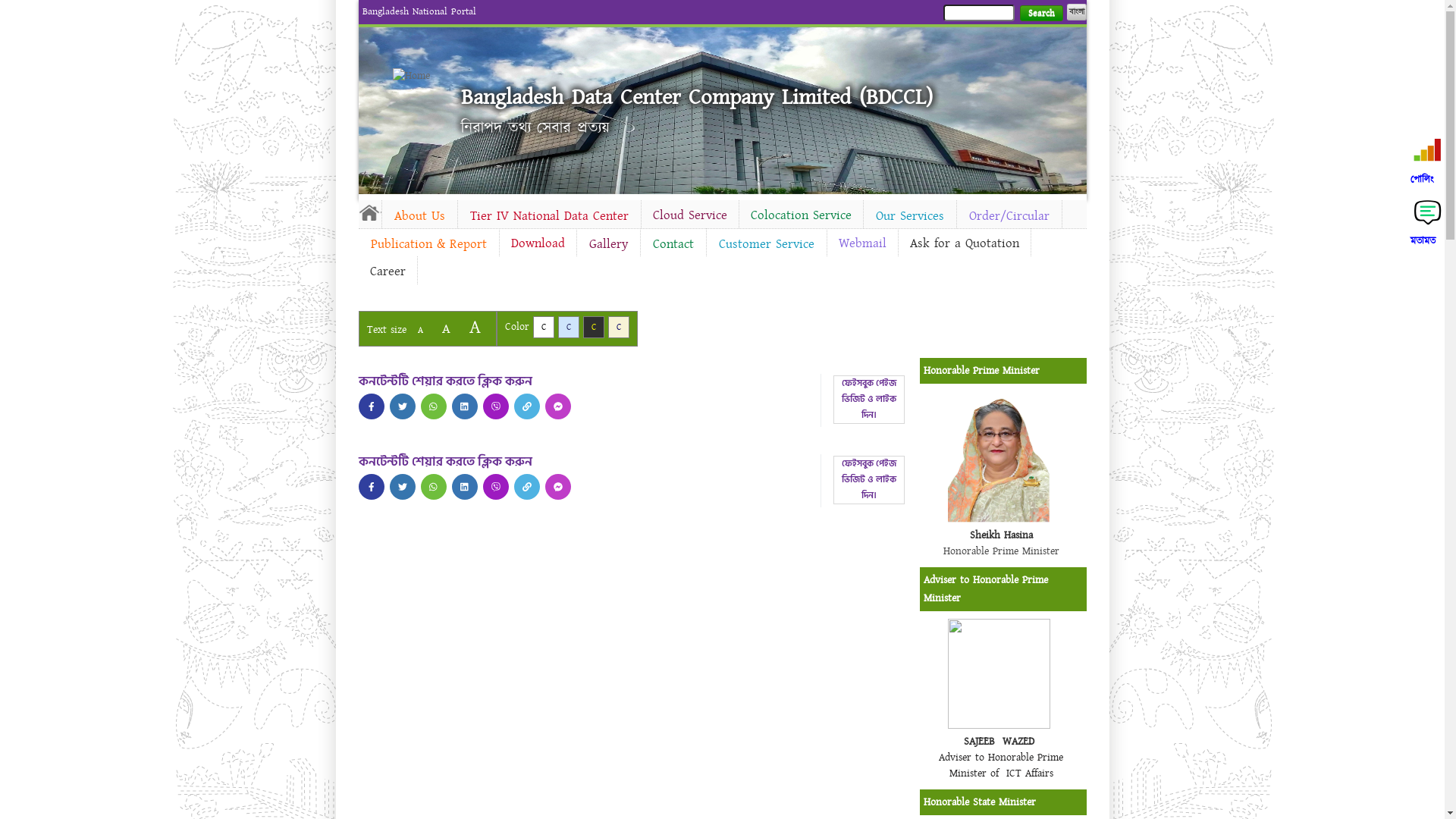 The height and width of the screenshot is (819, 1456). What do you see at coordinates (567, 326) in the screenshot?
I see `'C'` at bounding box center [567, 326].